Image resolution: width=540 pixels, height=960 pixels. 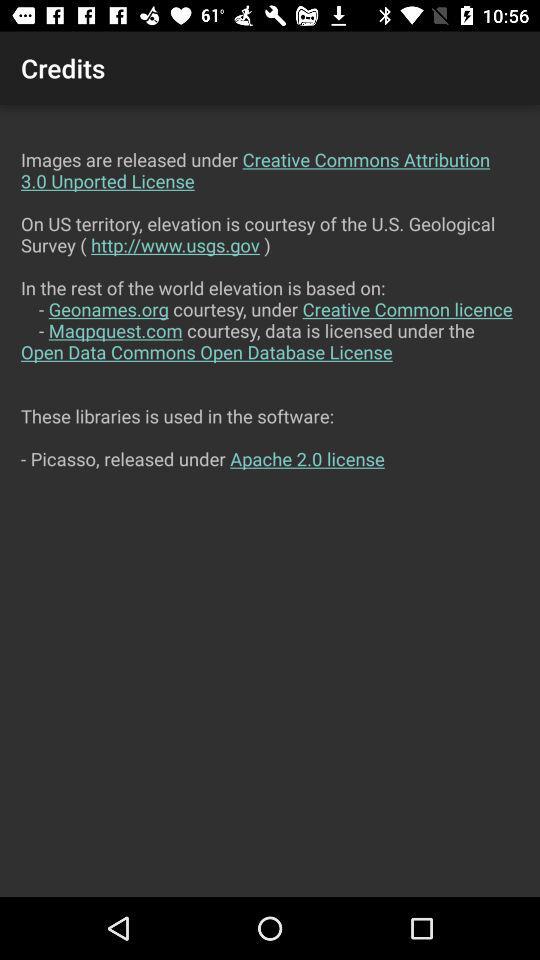 I want to click on icon below the credits app, so click(x=270, y=500).